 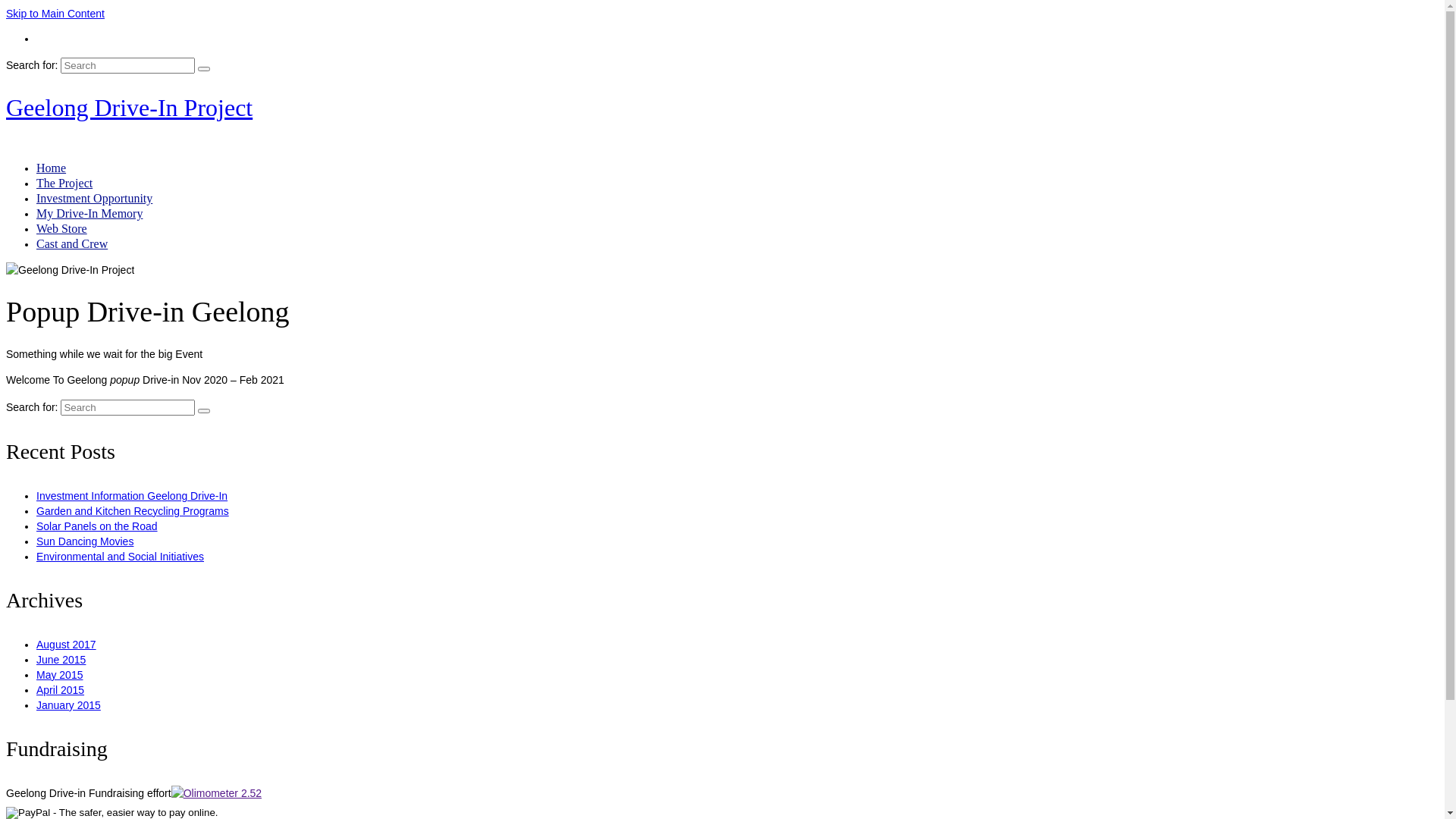 What do you see at coordinates (65, 644) in the screenshot?
I see `'August 2017'` at bounding box center [65, 644].